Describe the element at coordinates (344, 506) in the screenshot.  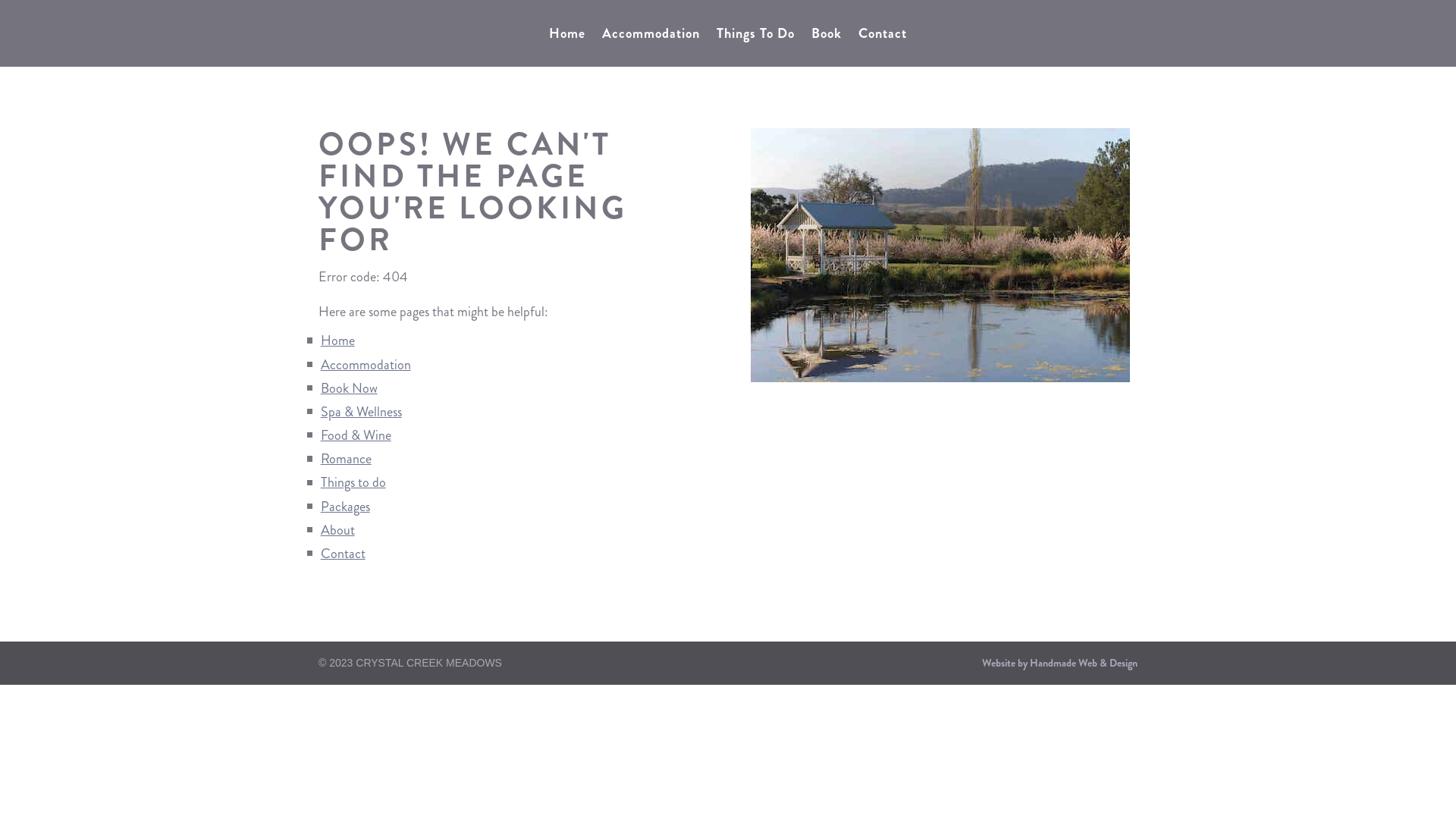
I see `'Packages'` at that location.